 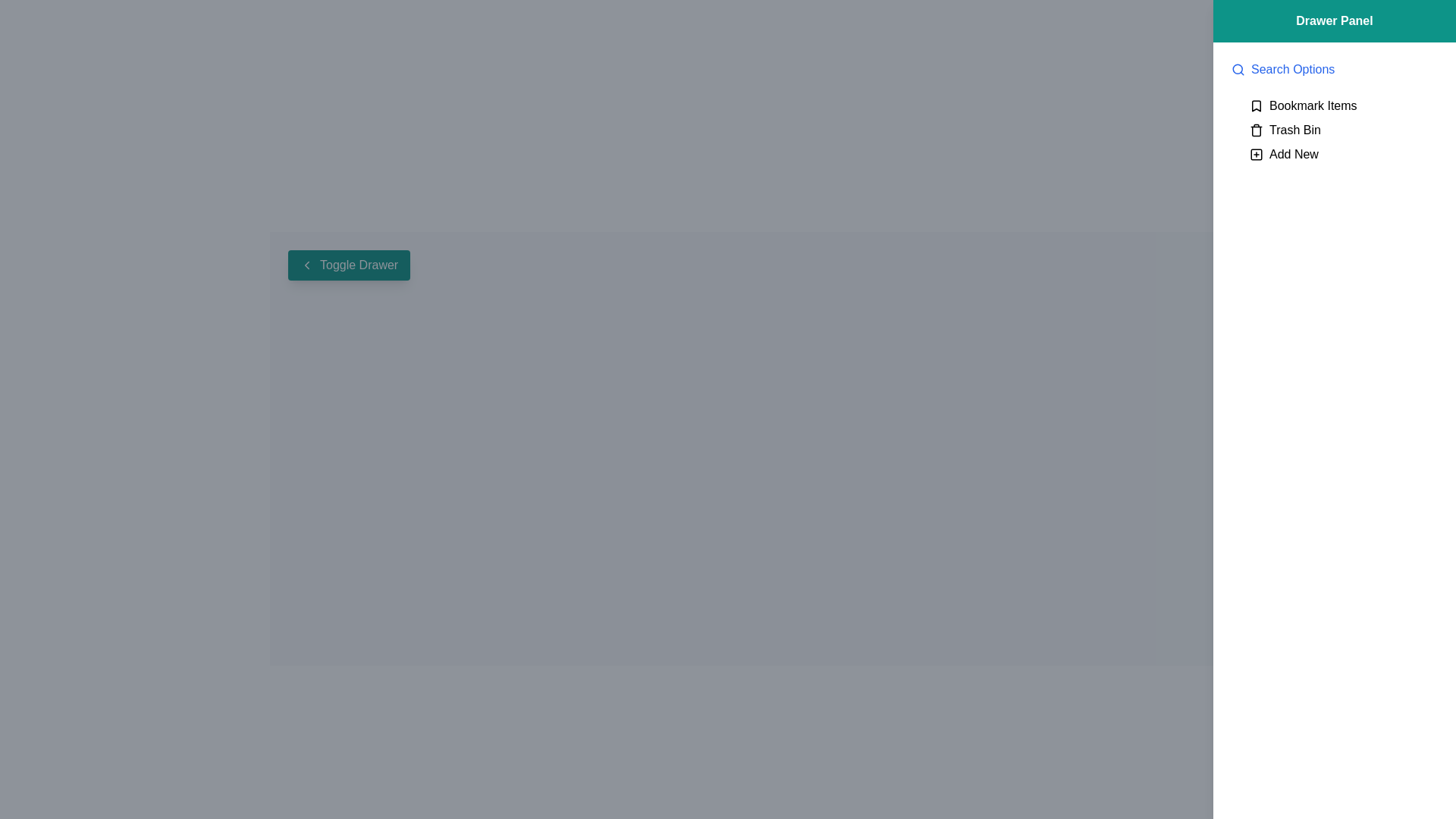 What do you see at coordinates (1256, 155) in the screenshot?
I see `the plus icon located immediately to the left of the 'Add New' text label in the Drawer Panel` at bounding box center [1256, 155].